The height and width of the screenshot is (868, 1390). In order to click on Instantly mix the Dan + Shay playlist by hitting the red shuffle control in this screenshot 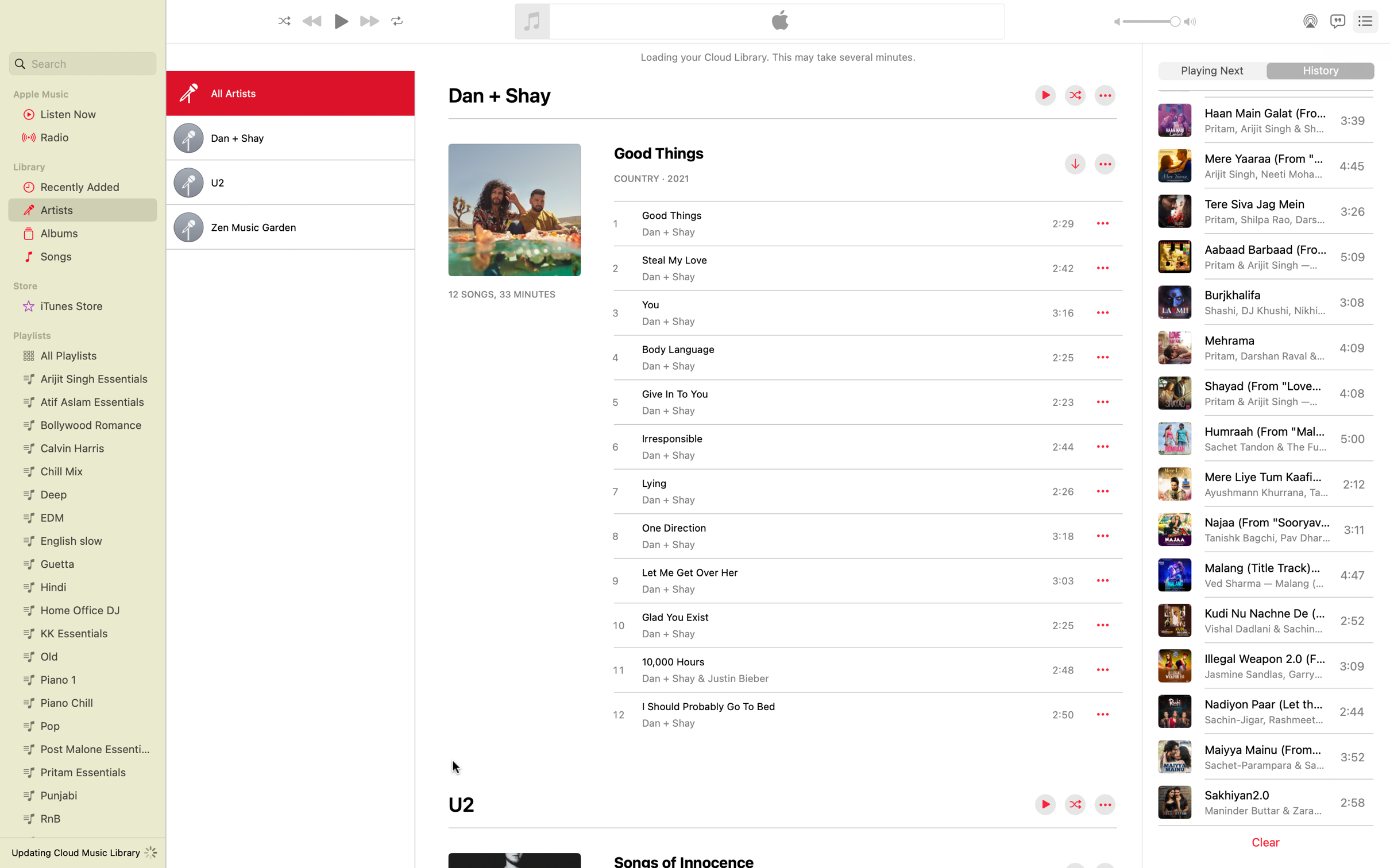, I will do `click(1075, 95)`.